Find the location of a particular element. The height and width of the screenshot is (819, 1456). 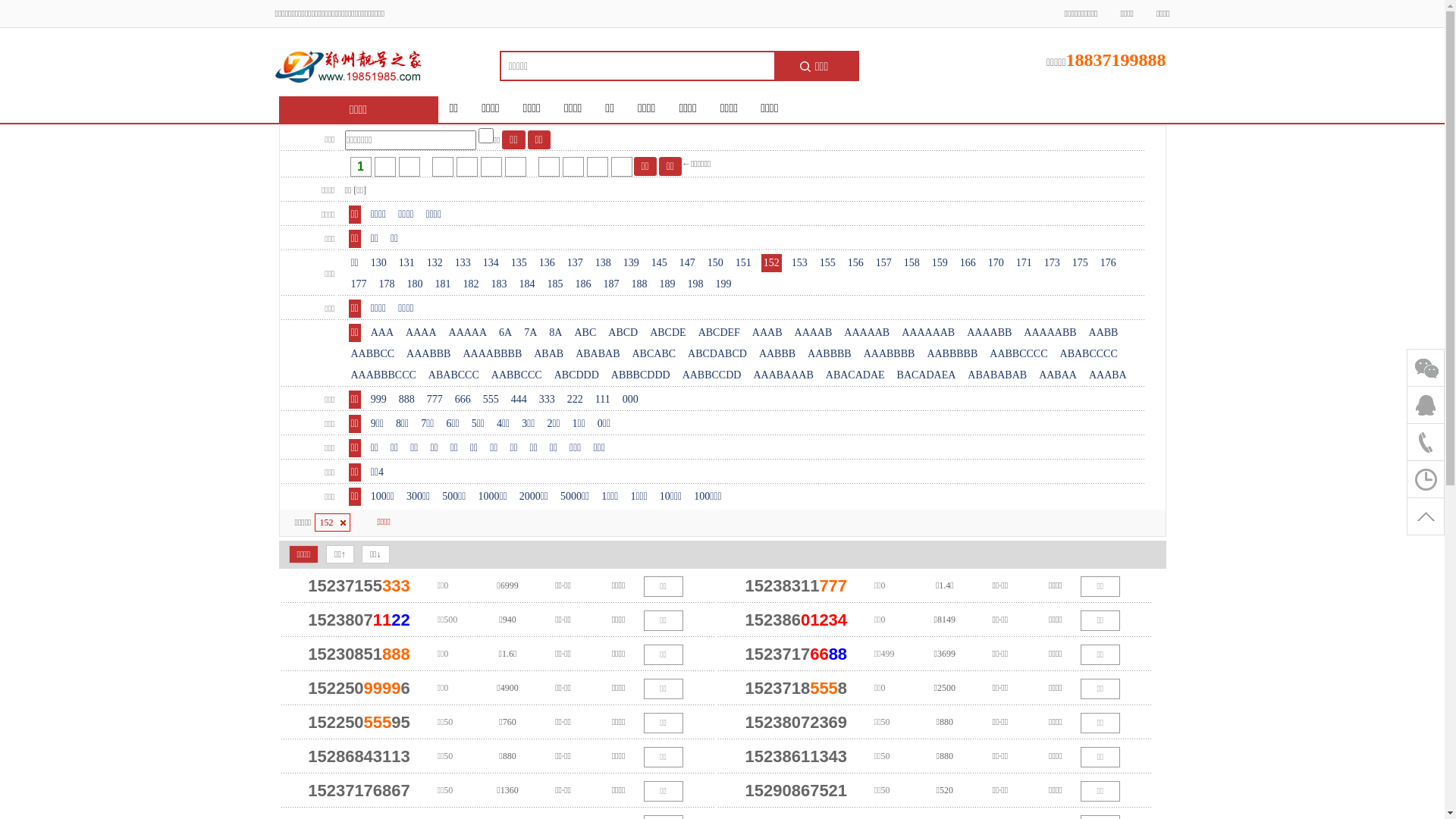

'199' is located at coordinates (712, 284).